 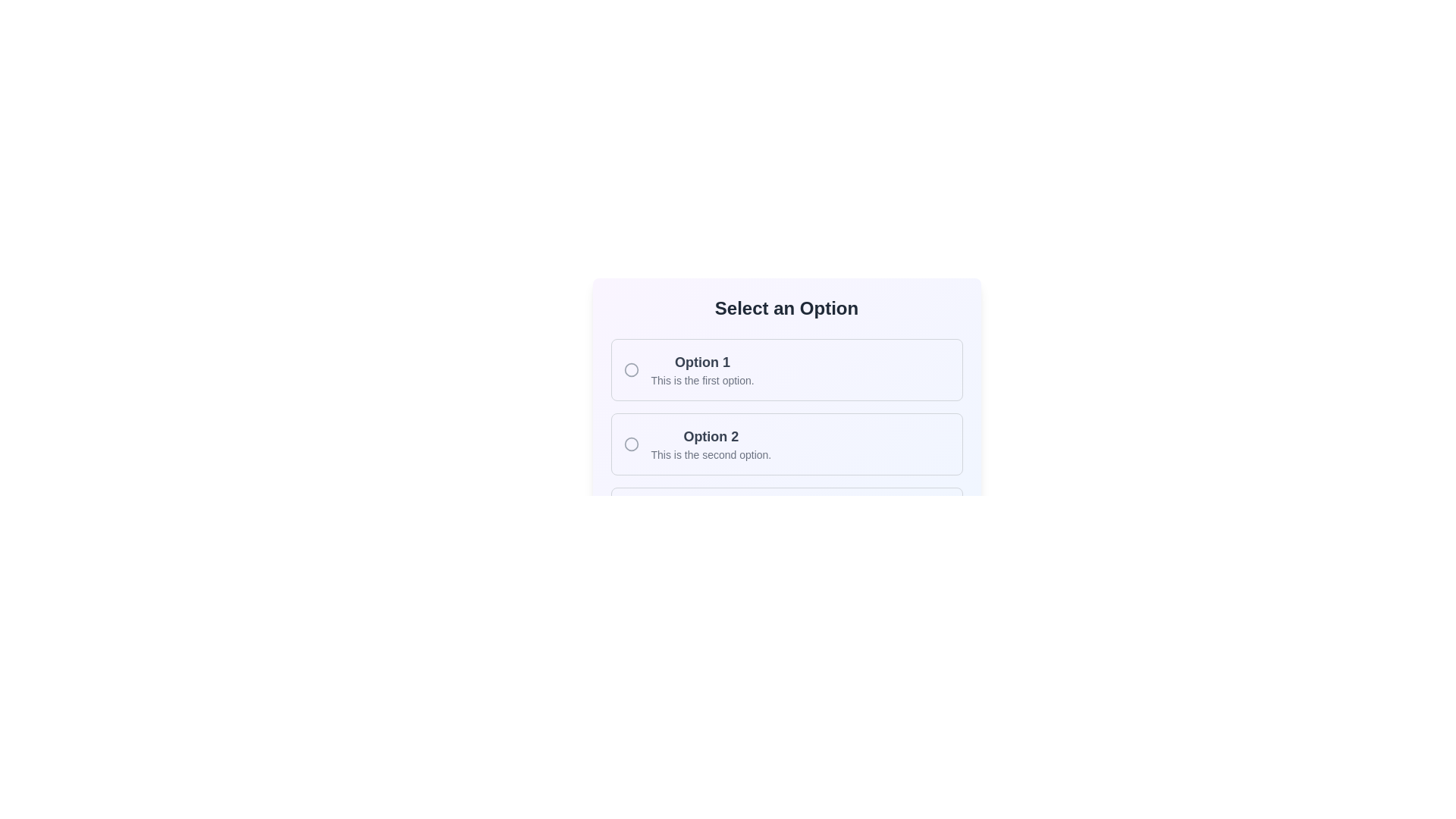 What do you see at coordinates (710, 444) in the screenshot?
I see `information displayed in the Label for the selectable radio option titled 'Option 2', which includes the description 'This is the second option.'` at bounding box center [710, 444].